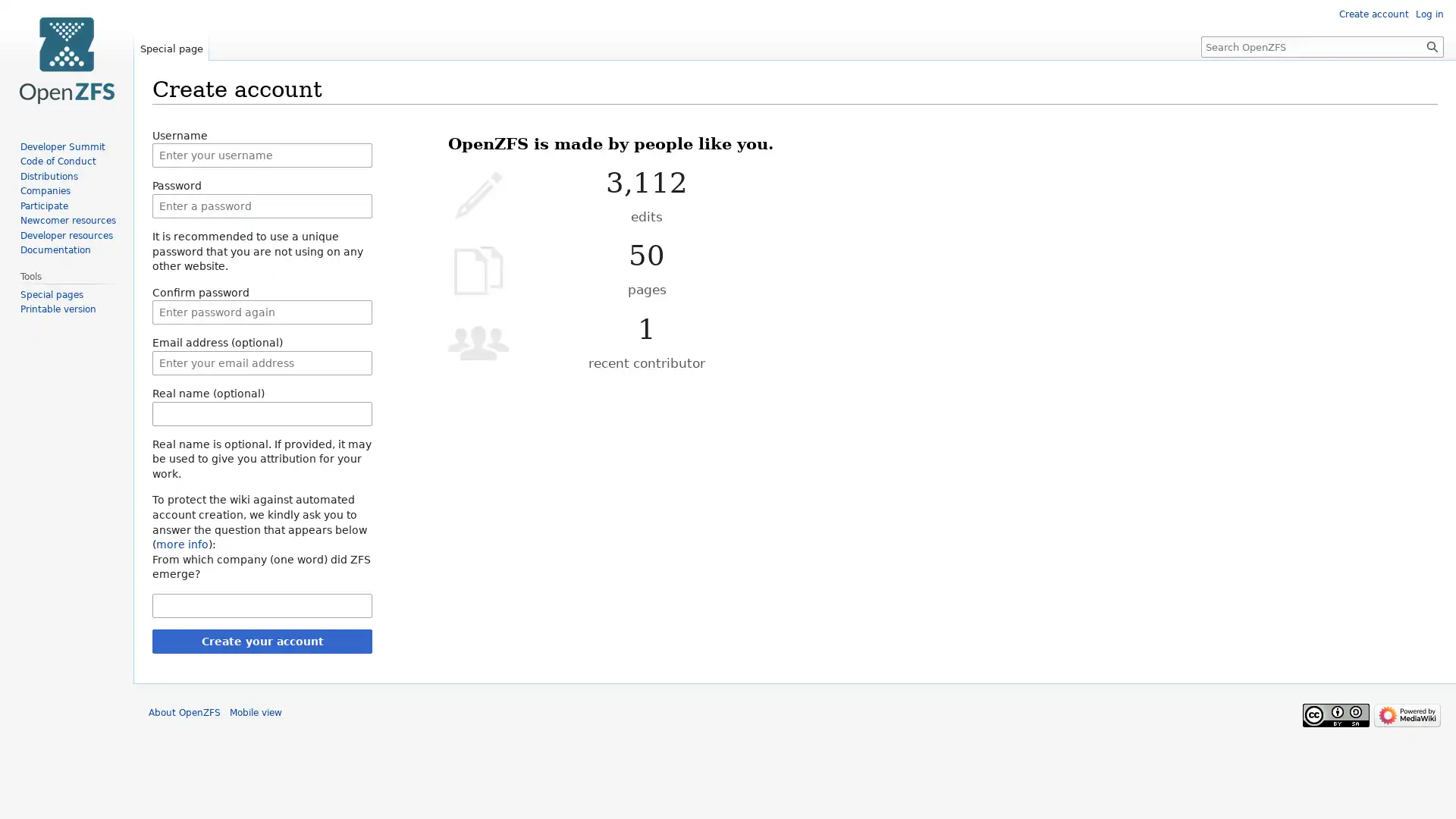 The height and width of the screenshot is (819, 1456). What do you see at coordinates (262, 640) in the screenshot?
I see `Create your account` at bounding box center [262, 640].